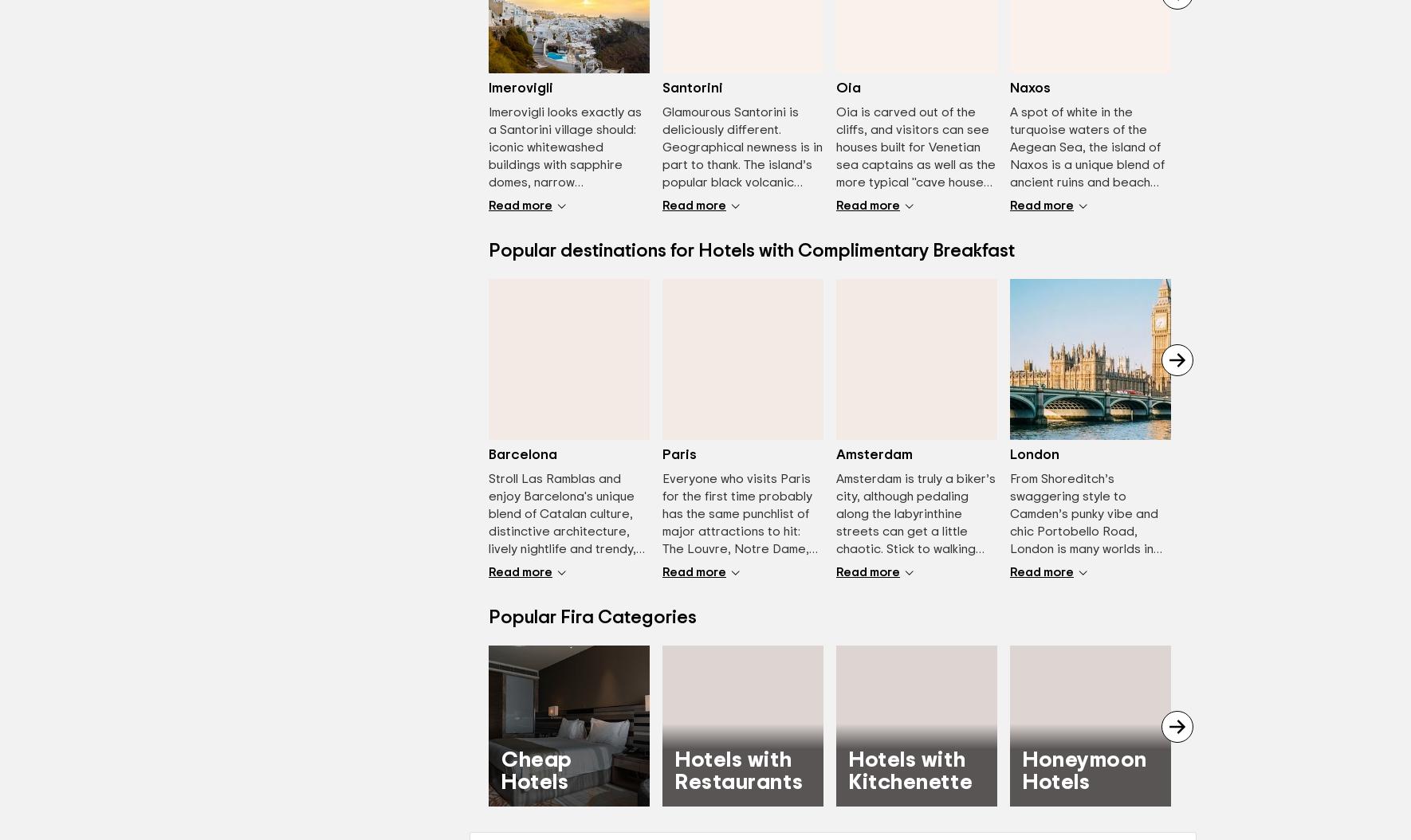 The width and height of the screenshot is (1411, 840). I want to click on 'Lisbon', so click(1205, 454).